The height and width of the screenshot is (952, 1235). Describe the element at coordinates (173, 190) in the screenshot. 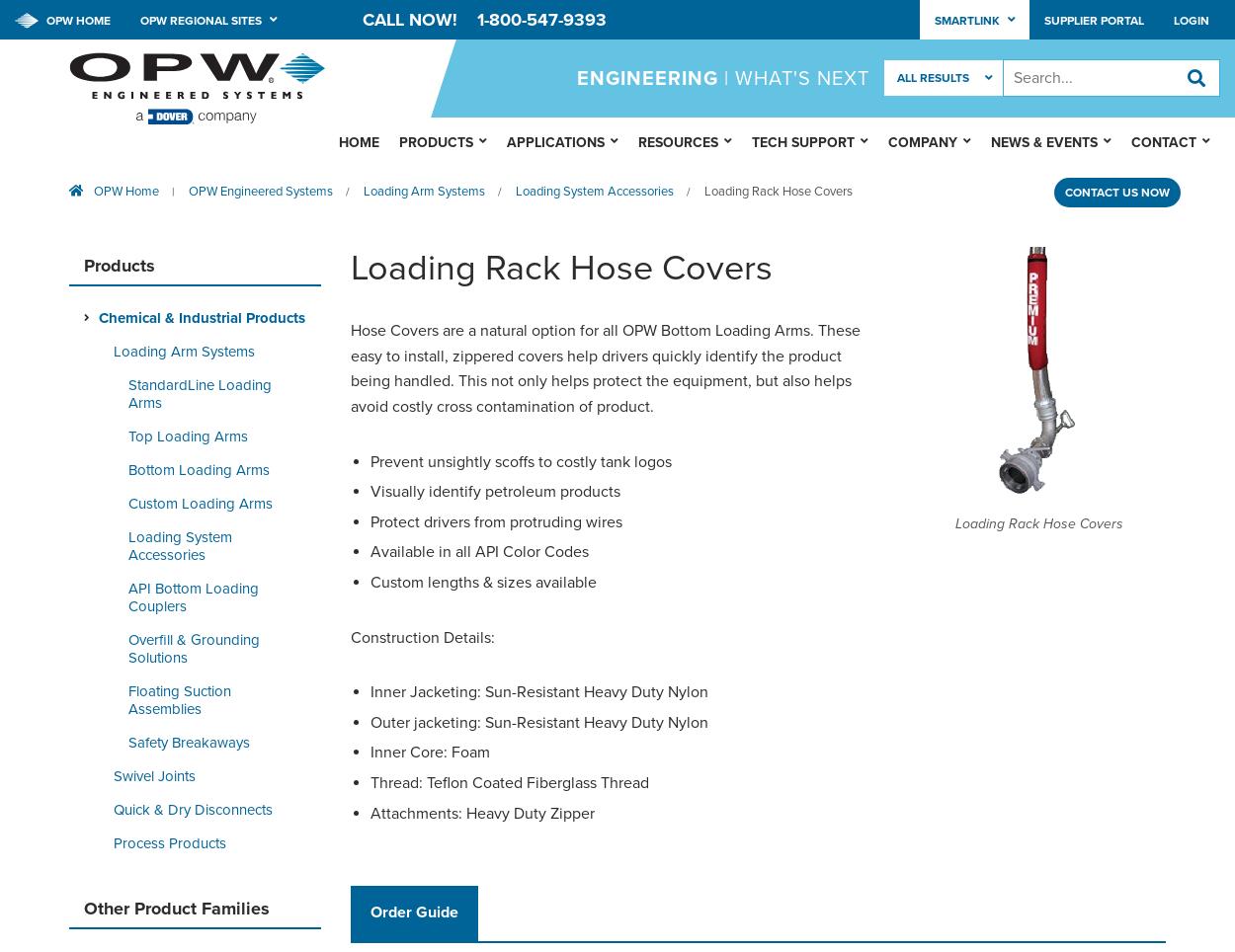

I see `'|'` at that location.